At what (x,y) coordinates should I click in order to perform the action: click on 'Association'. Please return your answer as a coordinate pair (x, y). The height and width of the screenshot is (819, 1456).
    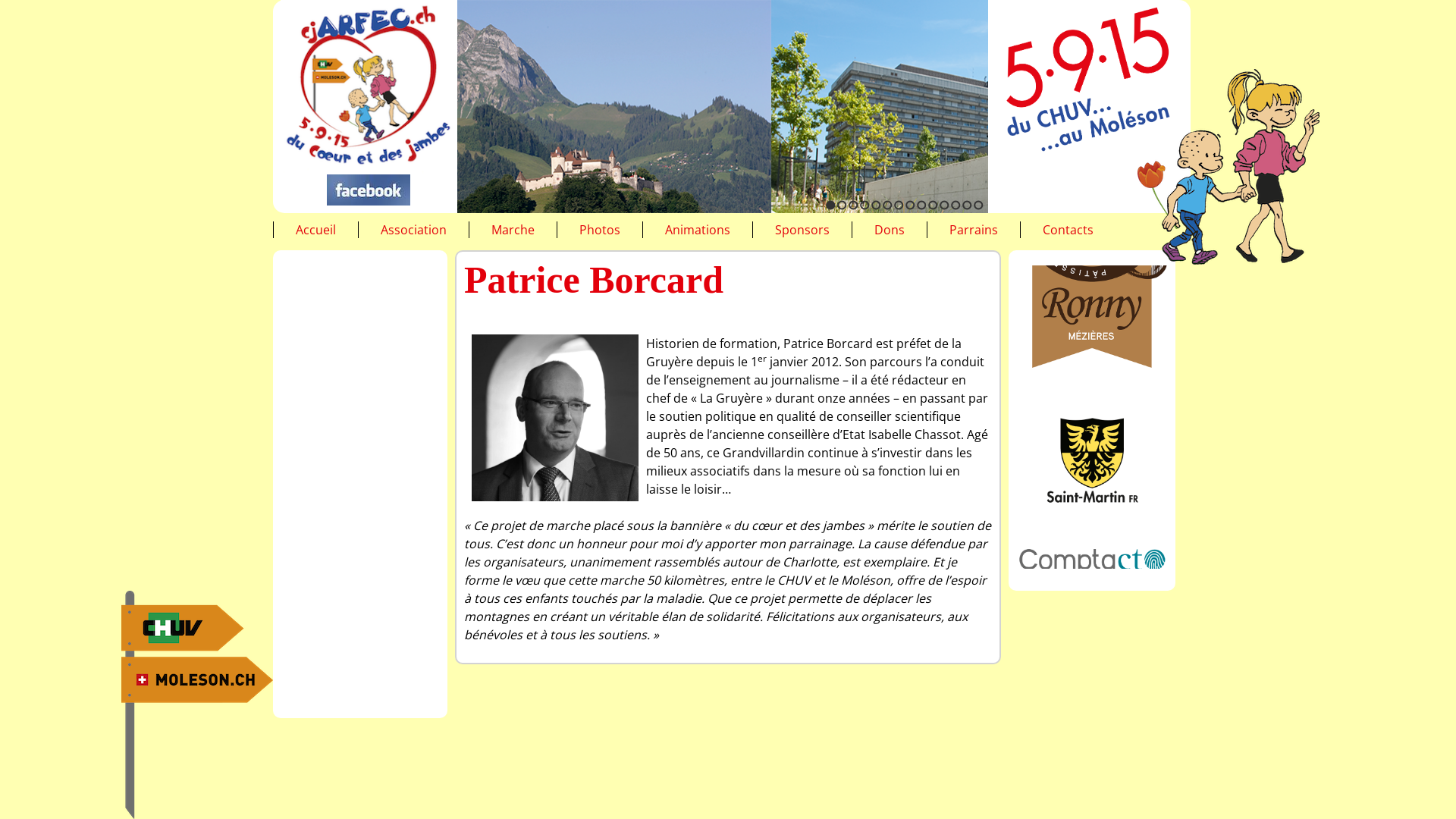
    Looking at the image, I should click on (381, 230).